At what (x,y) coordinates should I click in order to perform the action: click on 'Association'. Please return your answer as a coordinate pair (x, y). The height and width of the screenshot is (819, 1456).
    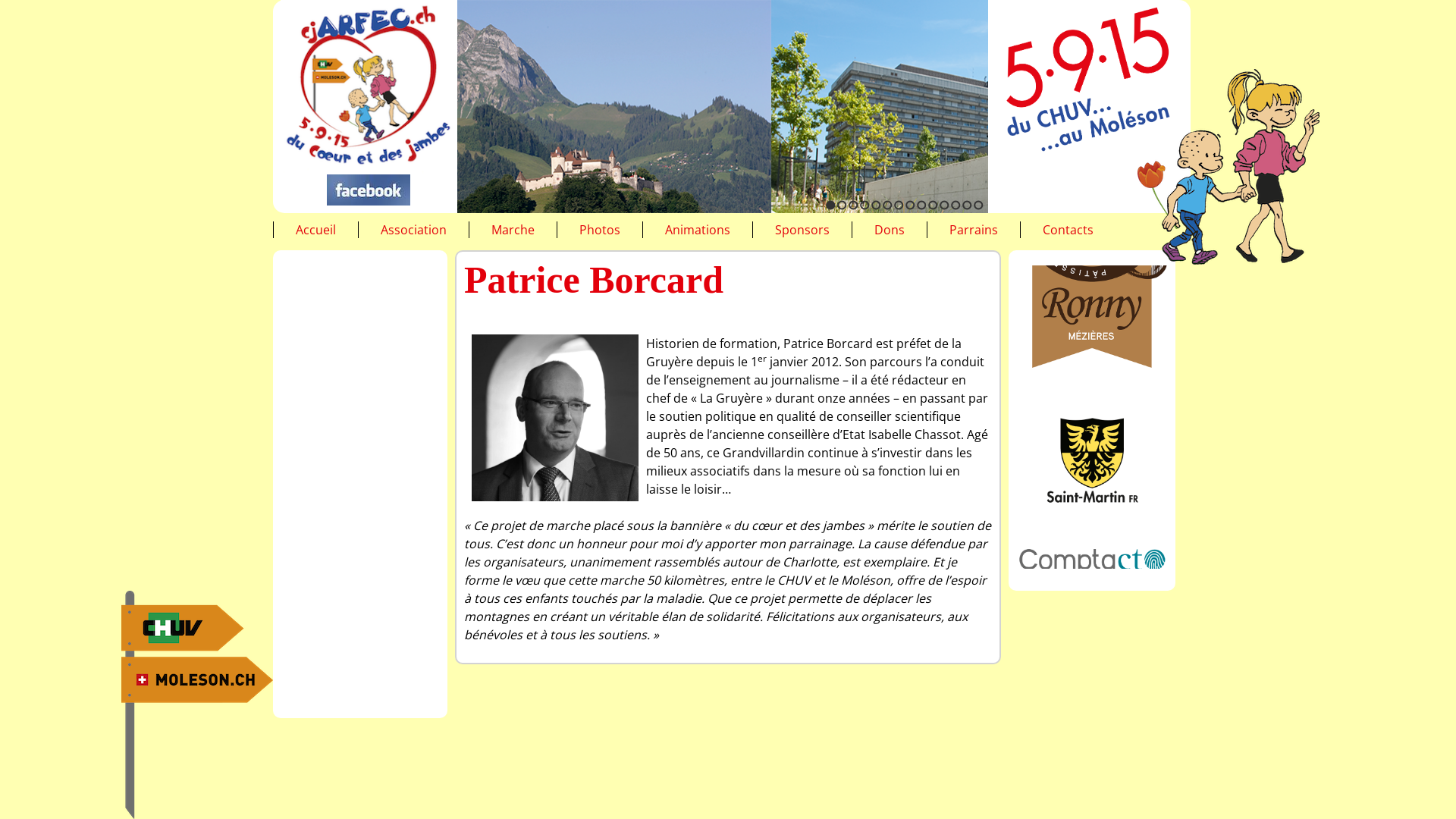
    Looking at the image, I should click on (381, 230).